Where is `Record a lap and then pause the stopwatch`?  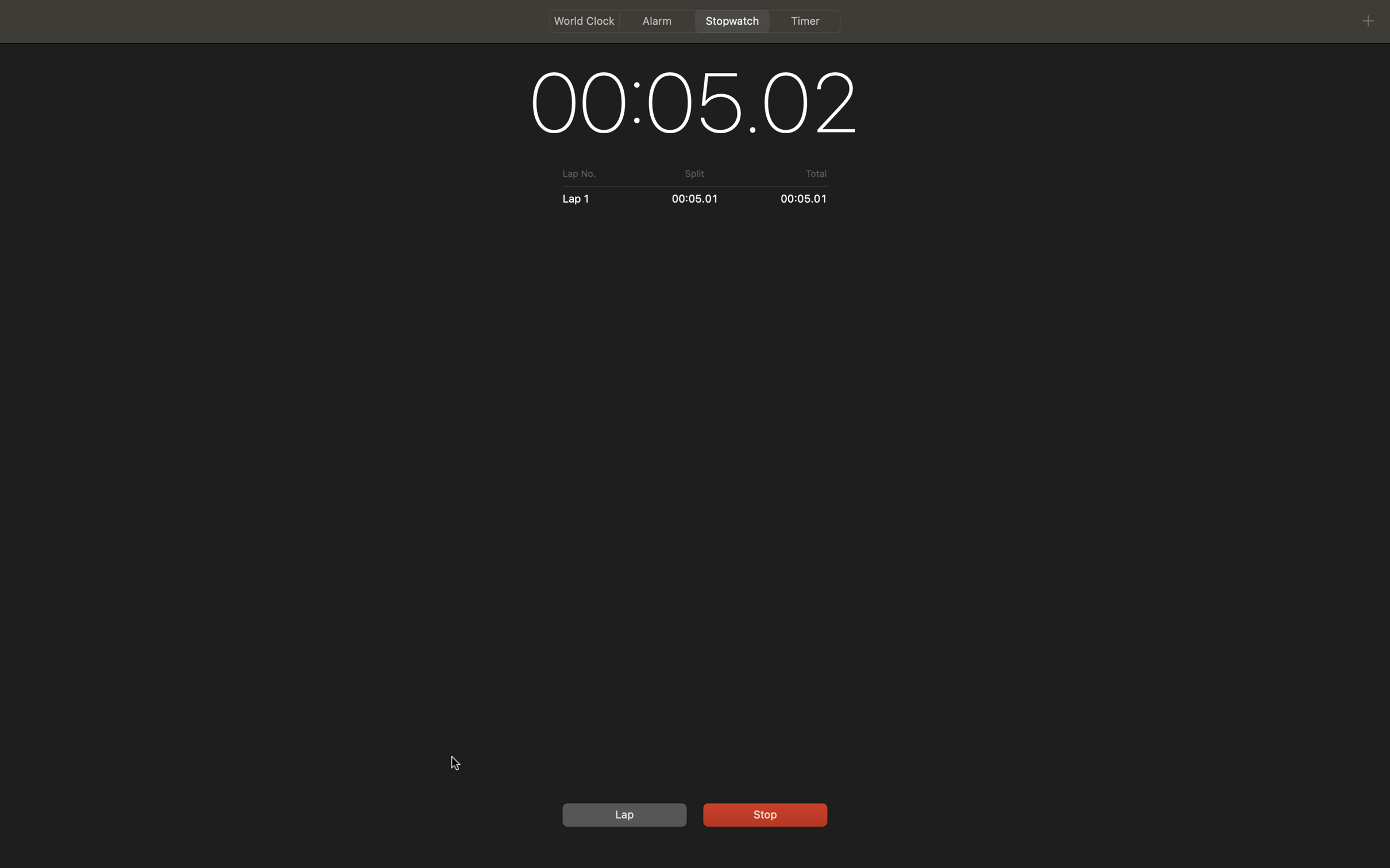 Record a lap and then pause the stopwatch is located at coordinates (622, 814).